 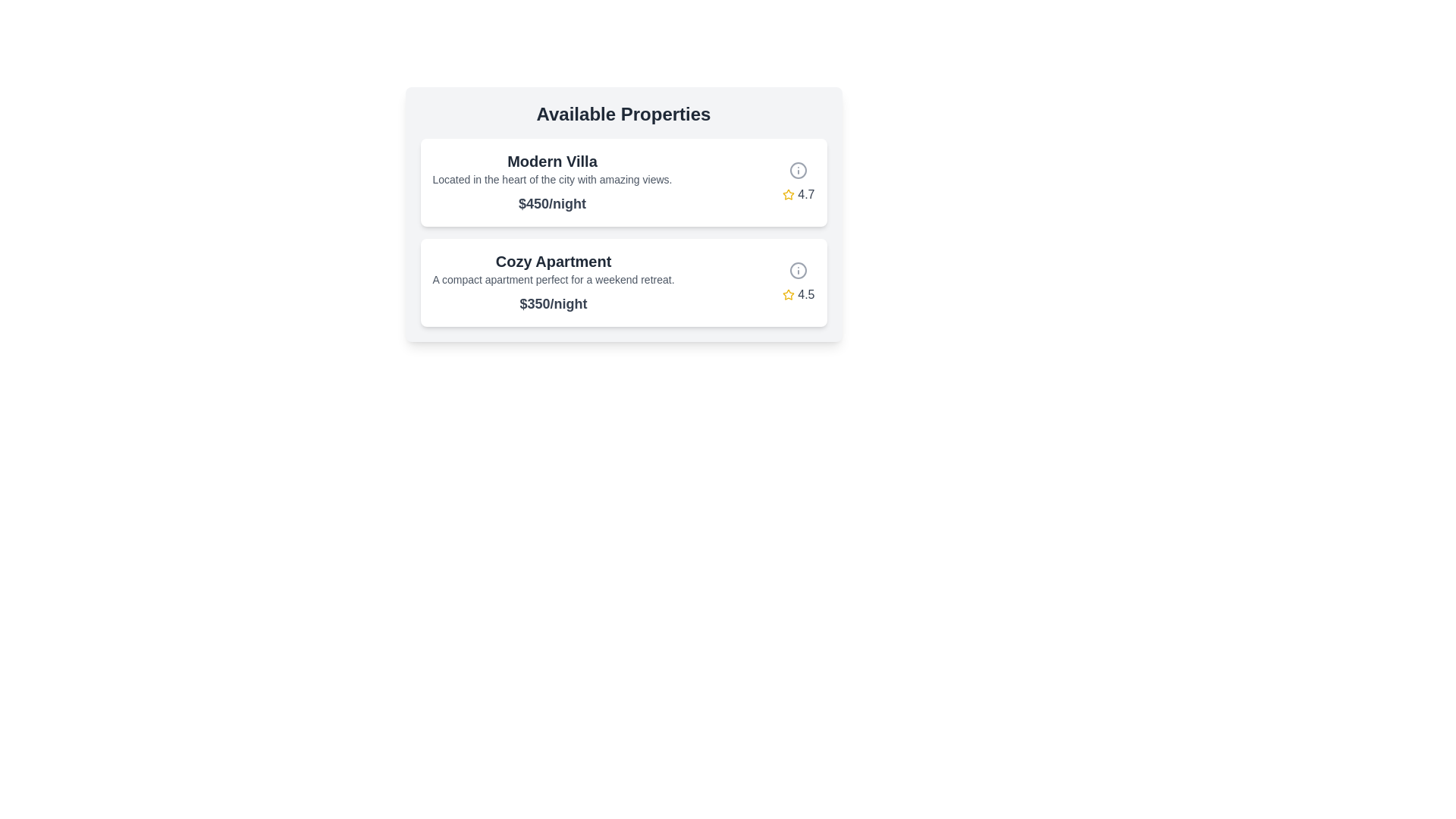 I want to click on the rating icon representing the quality or user satisfaction level of the 'Modern Villa' property, which is positioned immediately to the left of the numerical rating '4.7', so click(x=789, y=194).